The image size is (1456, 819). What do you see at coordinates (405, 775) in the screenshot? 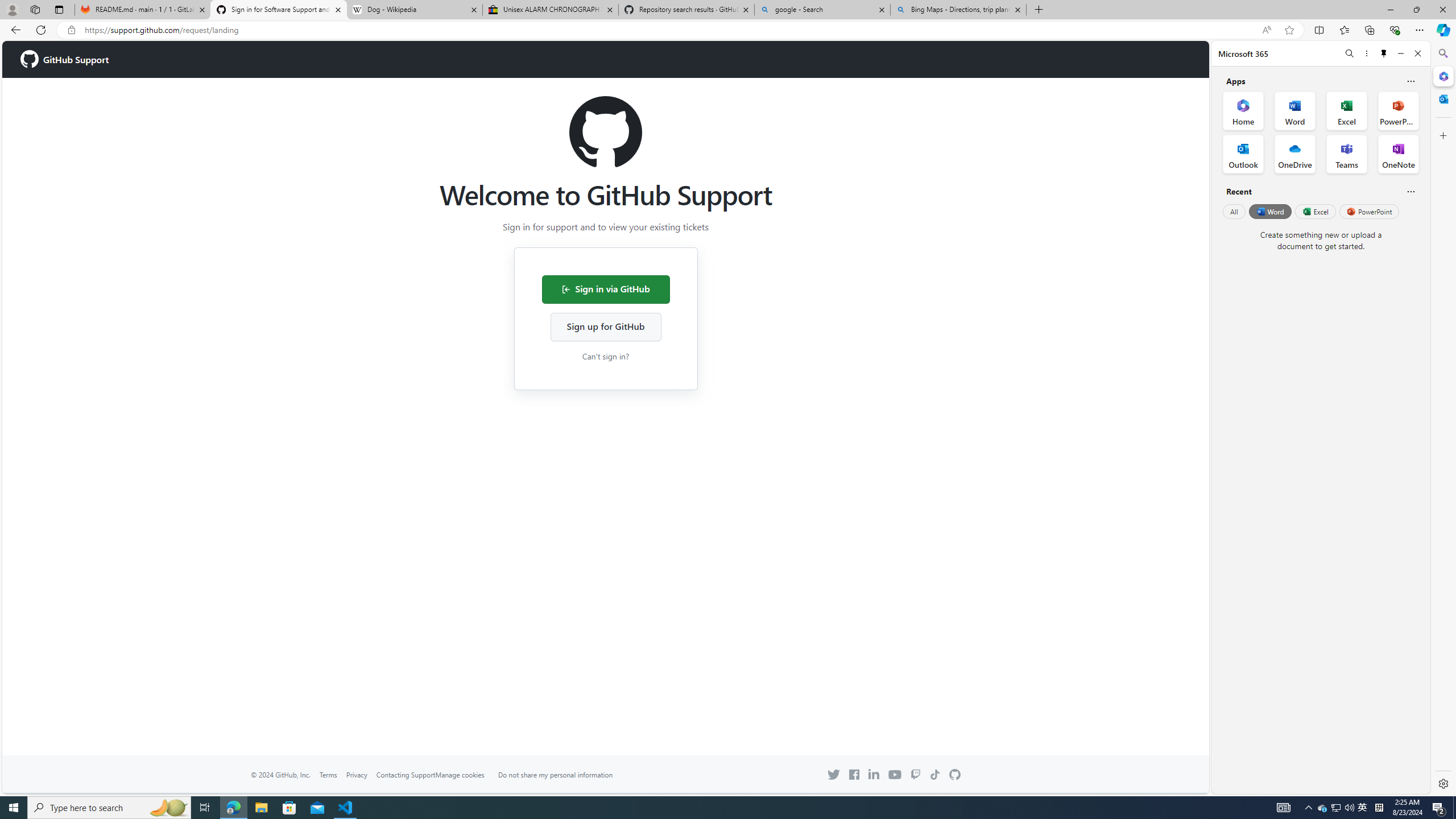
I see `'Contacting Support'` at bounding box center [405, 775].